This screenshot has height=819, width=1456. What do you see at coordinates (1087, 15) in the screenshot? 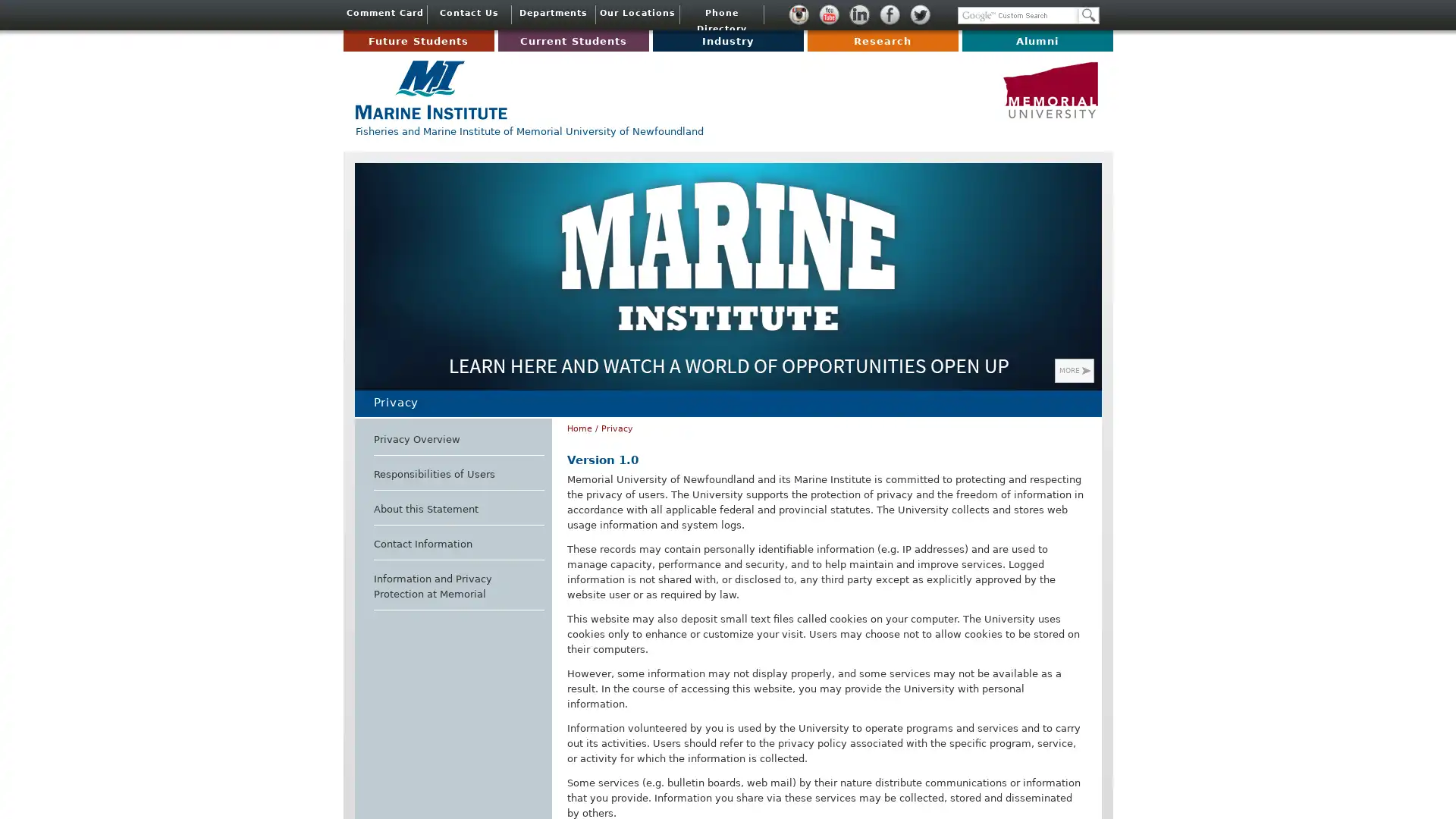
I see `Search` at bounding box center [1087, 15].